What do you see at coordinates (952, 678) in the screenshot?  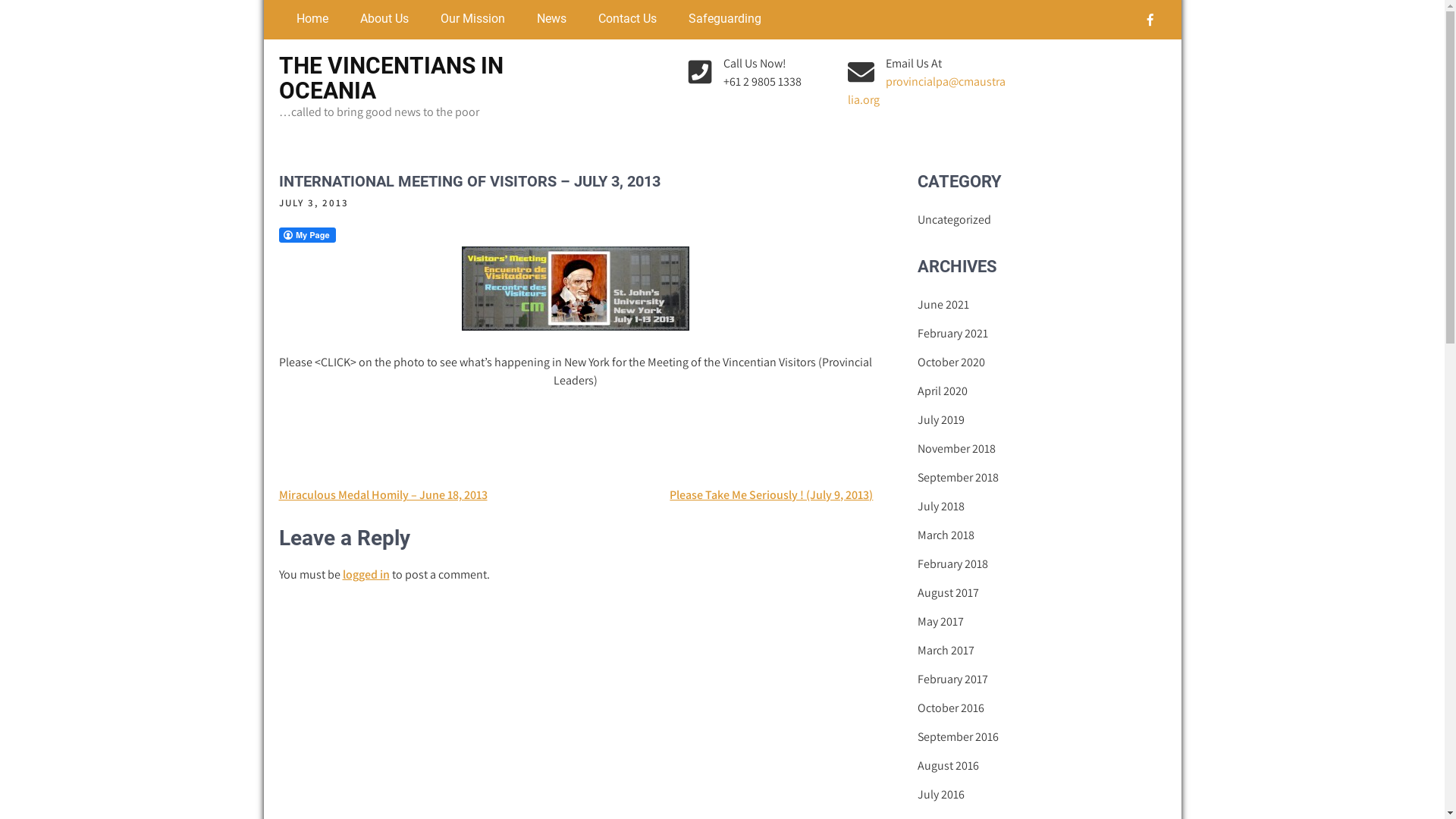 I see `'February 2017'` at bounding box center [952, 678].